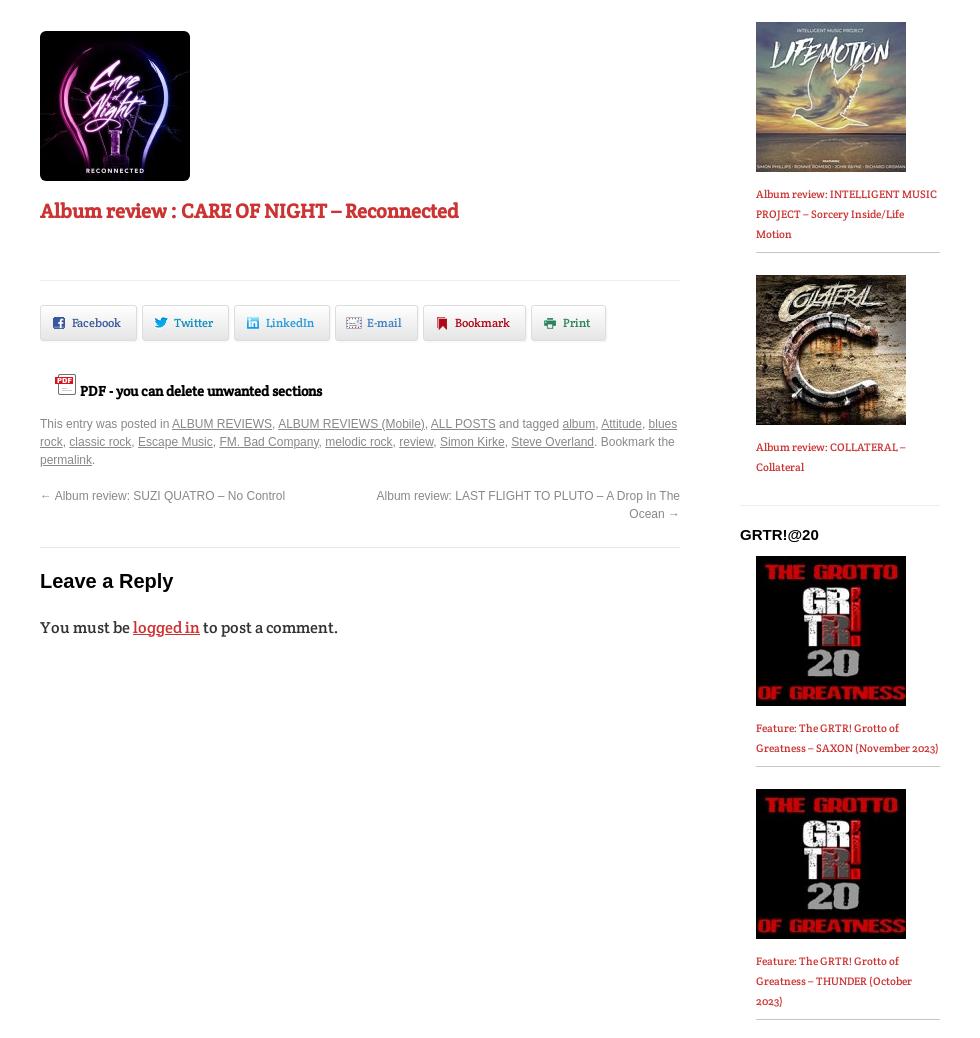 This screenshot has width=980, height=1038. What do you see at coordinates (265, 321) in the screenshot?
I see `'LinkedIn'` at bounding box center [265, 321].